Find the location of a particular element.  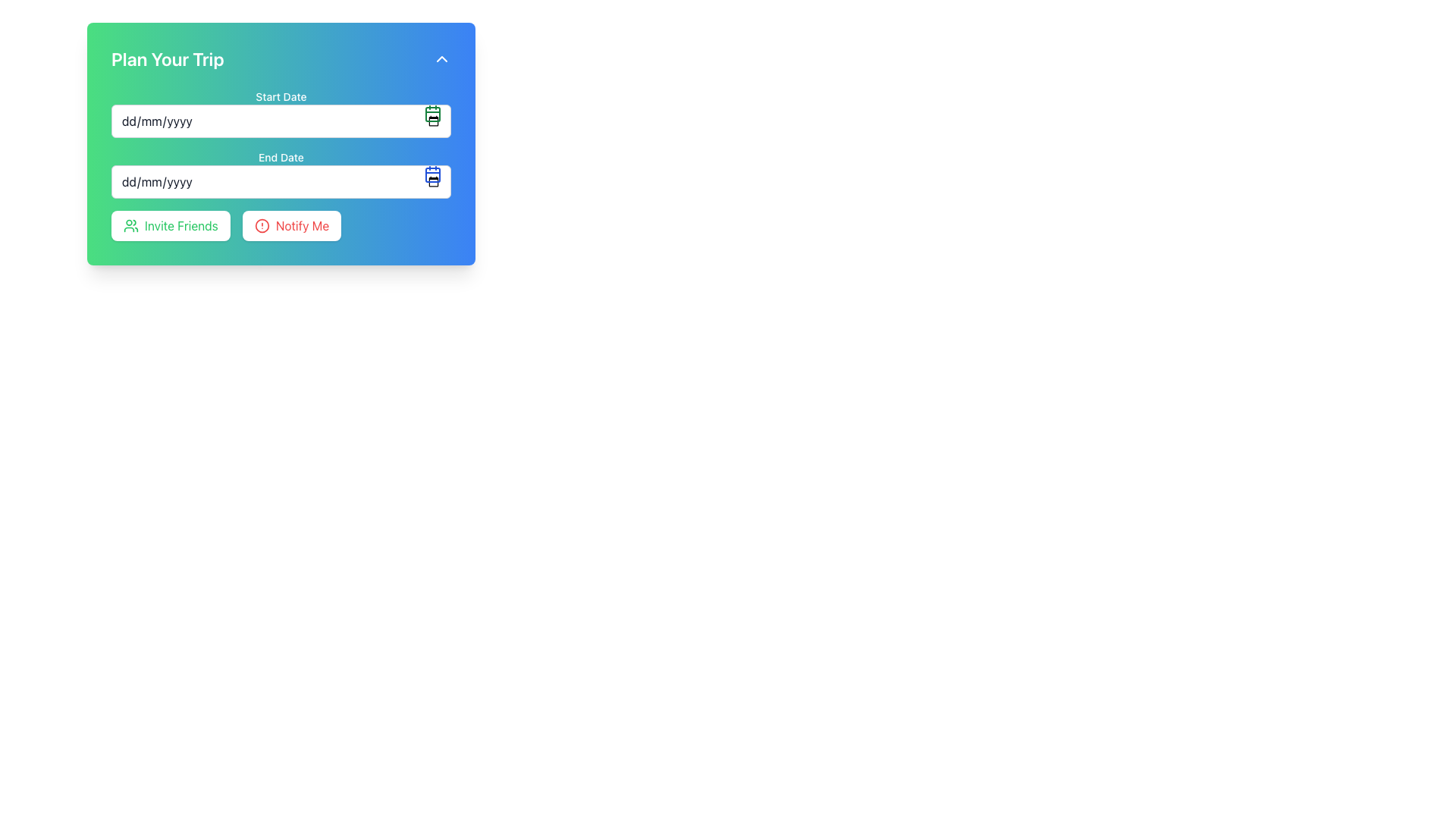

the 'Start Date' text label, which is styled in a small font and positioned above the date input field is located at coordinates (281, 96).